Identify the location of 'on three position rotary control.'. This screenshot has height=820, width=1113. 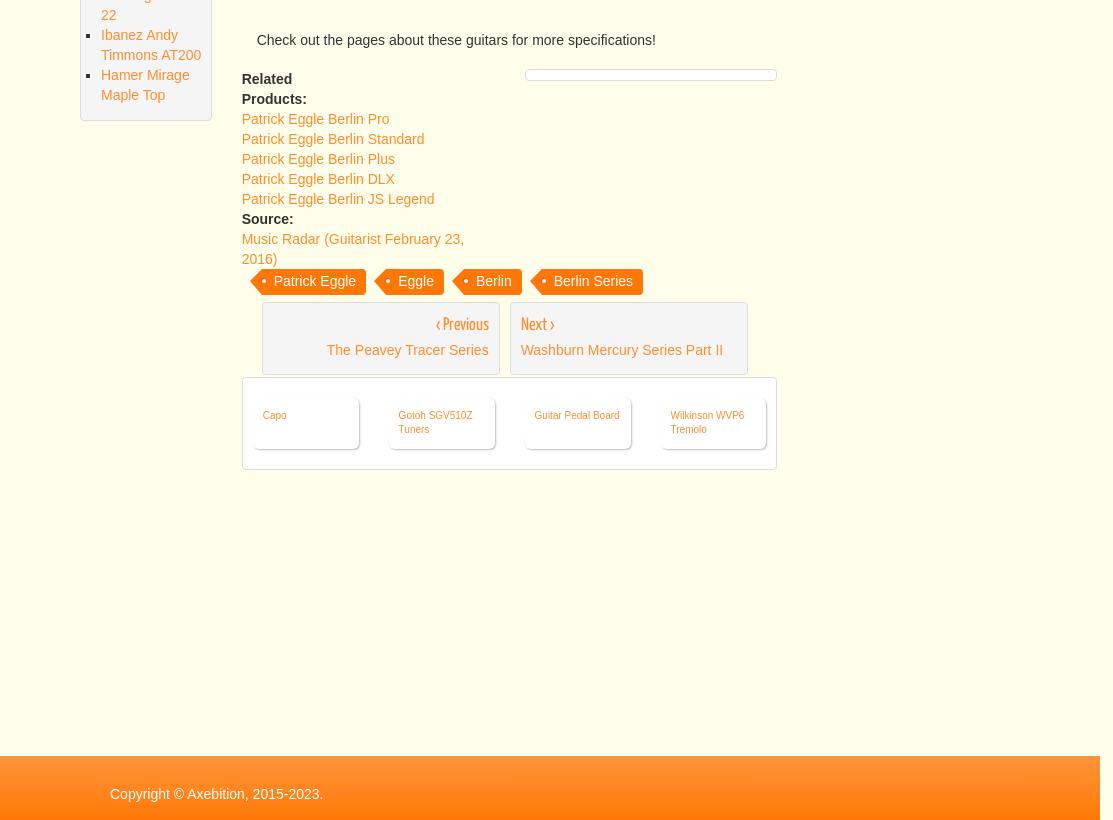
(441, 17).